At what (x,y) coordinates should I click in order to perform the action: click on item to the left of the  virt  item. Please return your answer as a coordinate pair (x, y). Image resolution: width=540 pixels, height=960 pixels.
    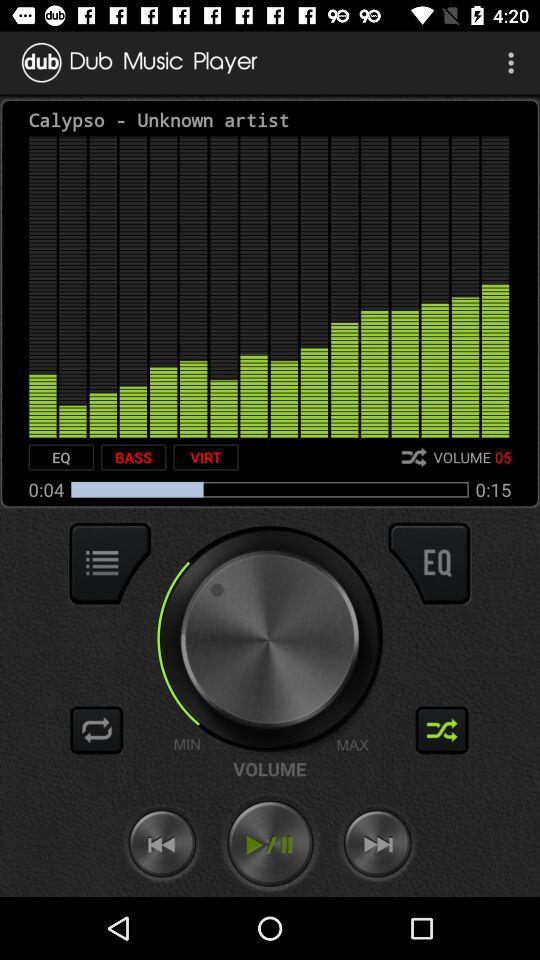
    Looking at the image, I should click on (133, 457).